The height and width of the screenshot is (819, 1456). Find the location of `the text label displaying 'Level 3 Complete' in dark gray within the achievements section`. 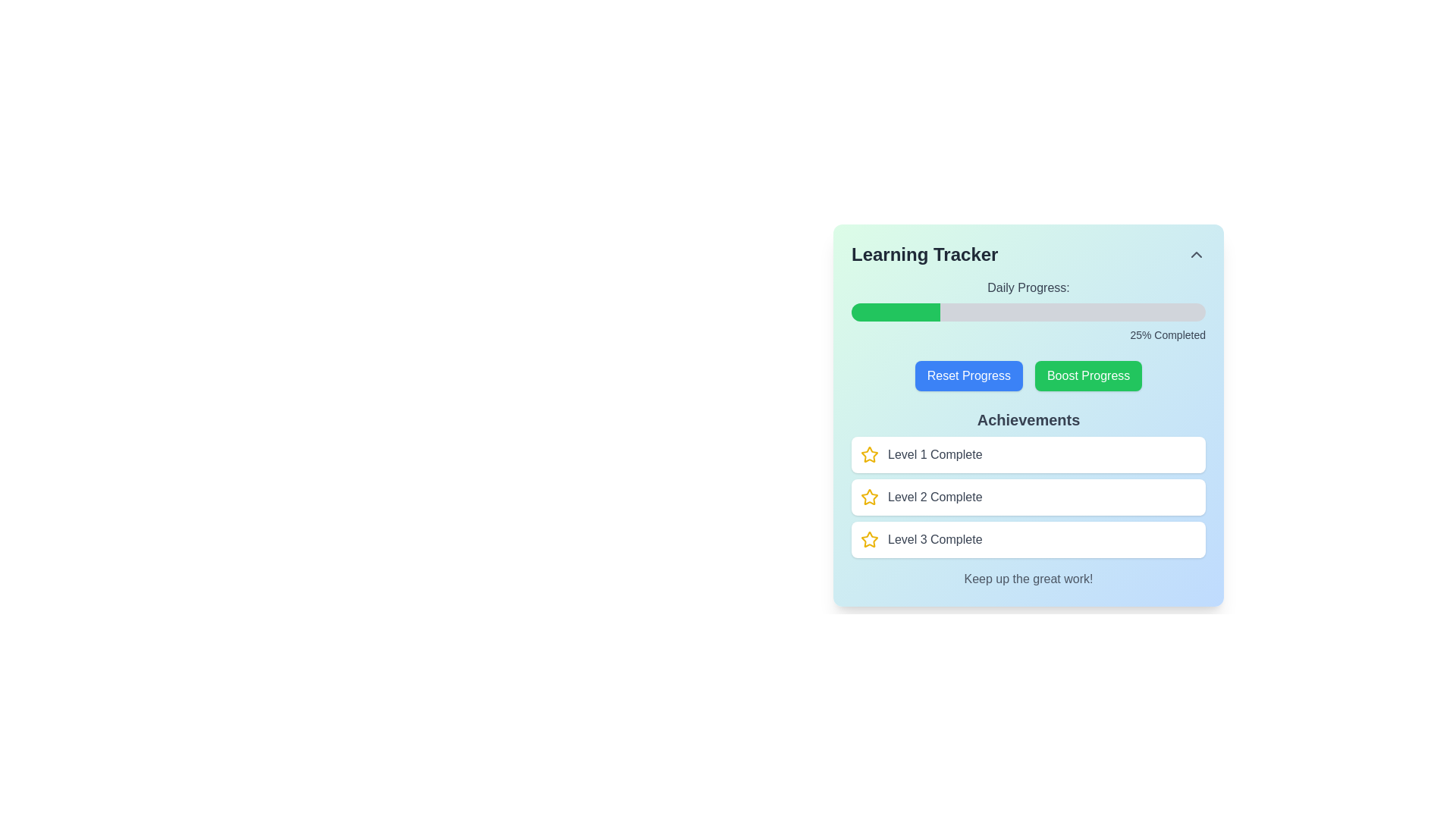

the text label displaying 'Level 3 Complete' in dark gray within the achievements section is located at coordinates (934, 539).